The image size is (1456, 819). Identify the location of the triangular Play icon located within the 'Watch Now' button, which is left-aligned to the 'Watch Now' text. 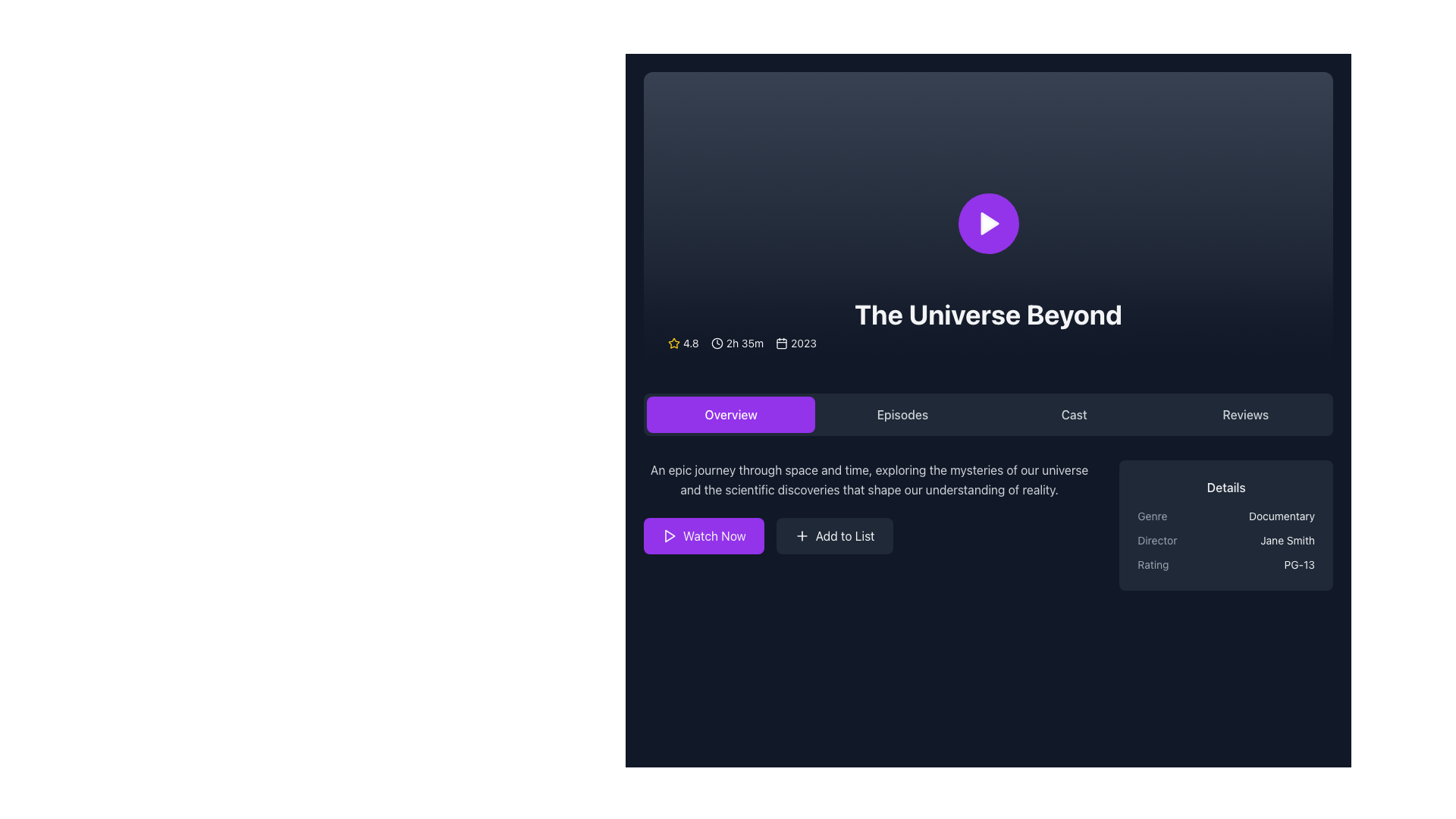
(669, 535).